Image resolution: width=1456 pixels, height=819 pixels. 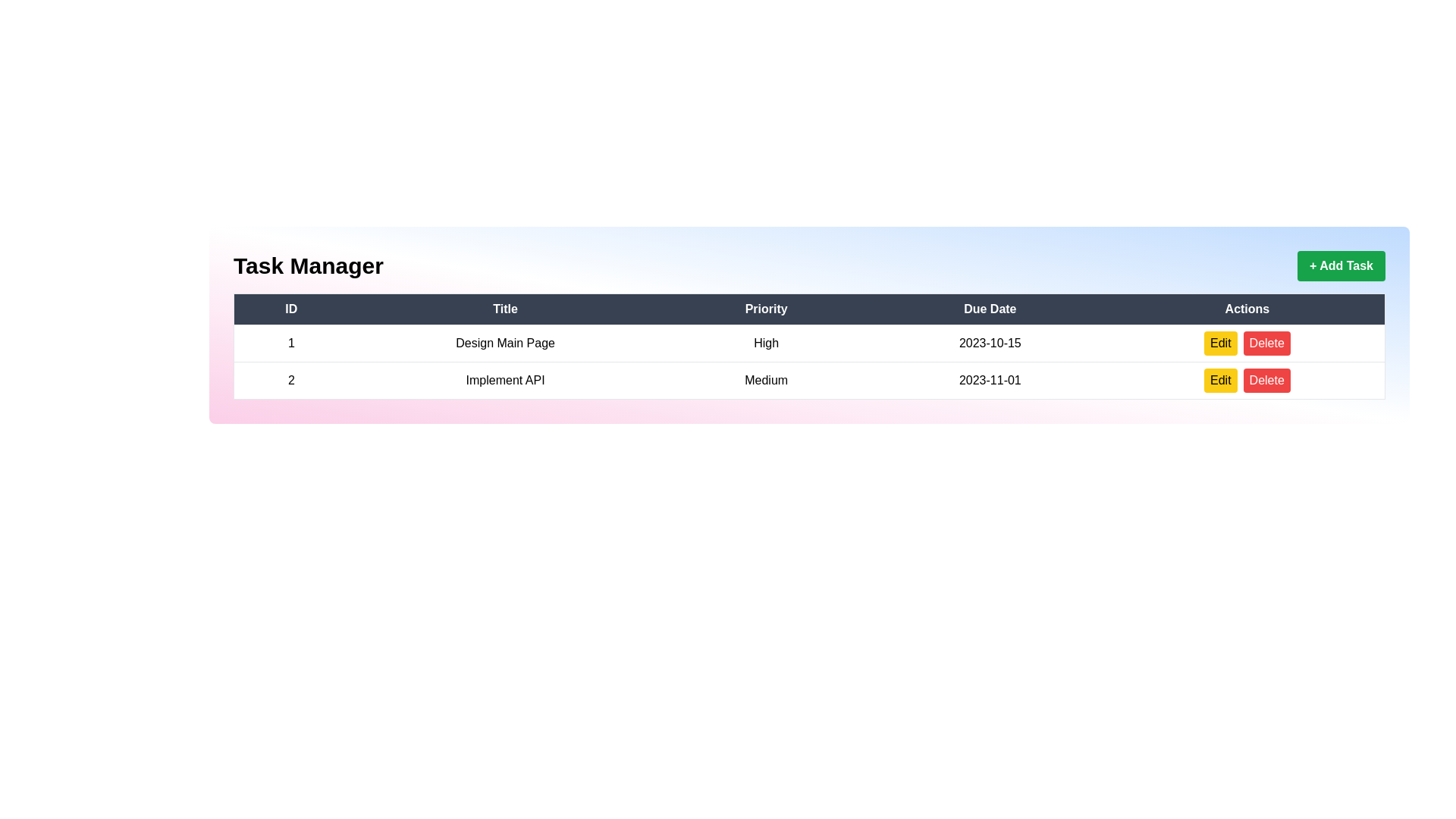 What do you see at coordinates (990, 379) in the screenshot?
I see `the Text label displaying the date '2023-11-01' located in the second row under the 'Due Date' column of the task titled 'Implement API.'` at bounding box center [990, 379].